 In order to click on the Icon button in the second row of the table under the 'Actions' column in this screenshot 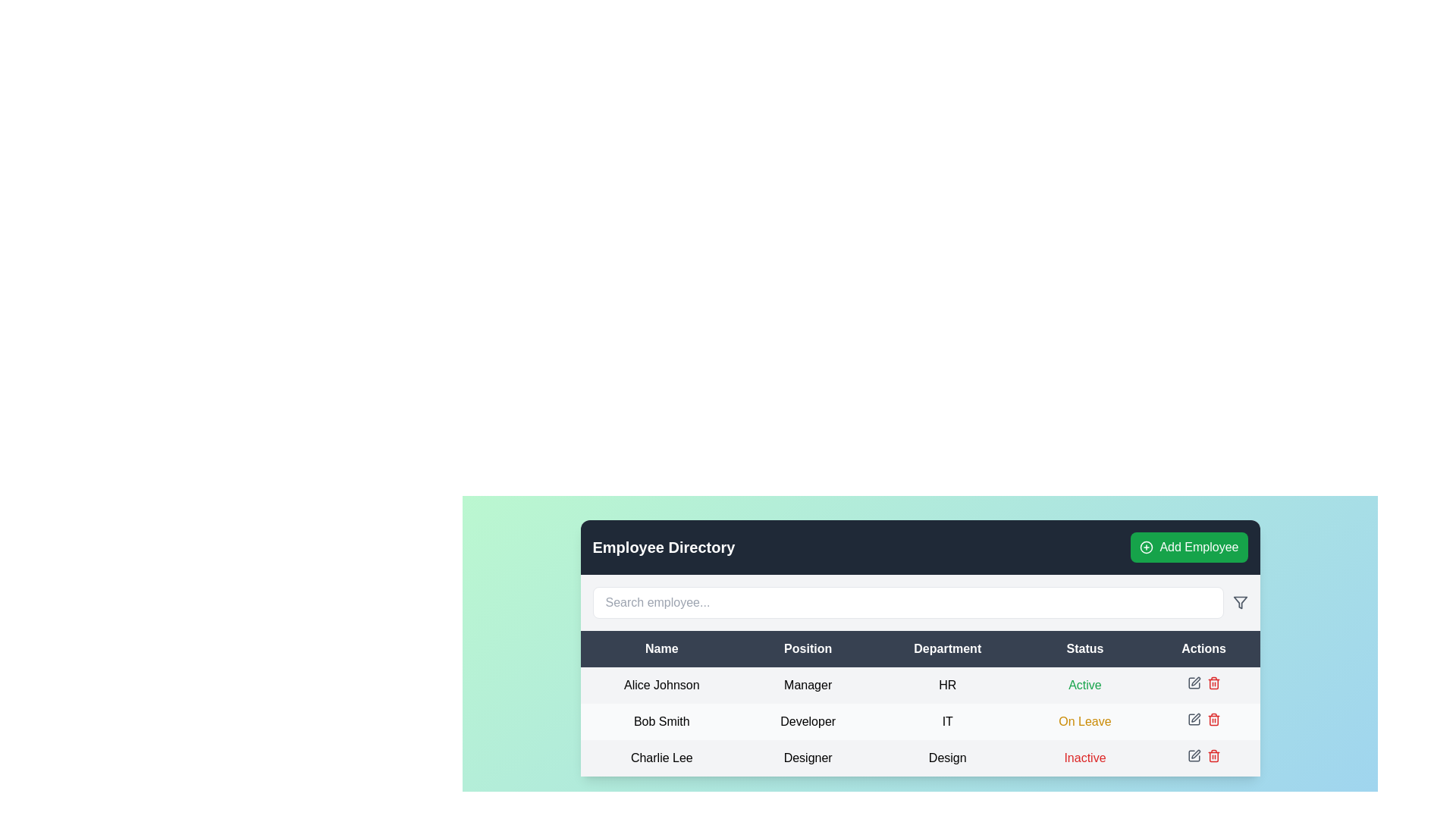, I will do `click(1193, 718)`.